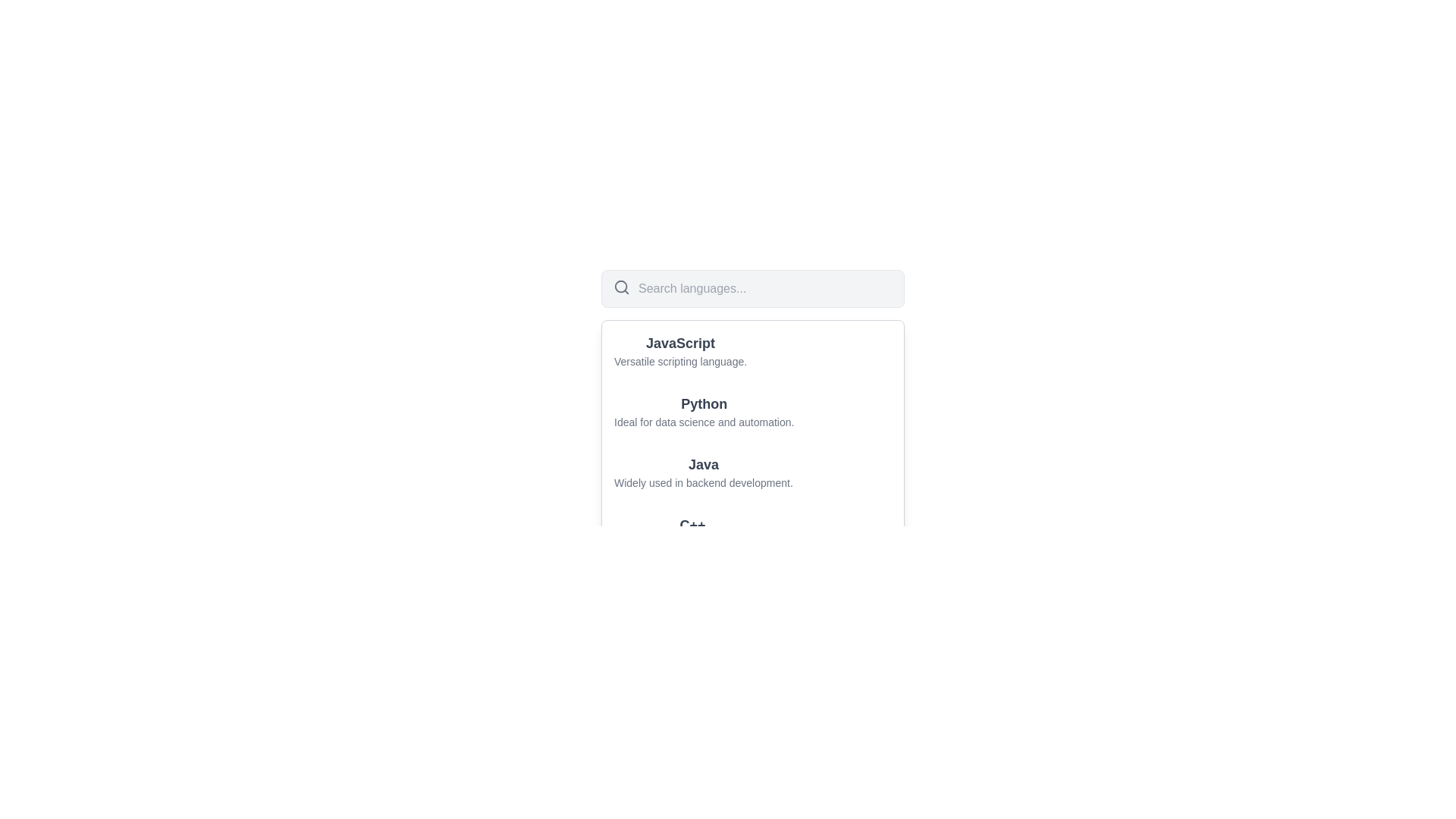 The width and height of the screenshot is (1456, 819). Describe the element at coordinates (753, 472) in the screenshot. I see `the details of the static text label displaying 'Java' and its description related to backend development, which is the third item in a vertically stacked list of programming languages` at that location.